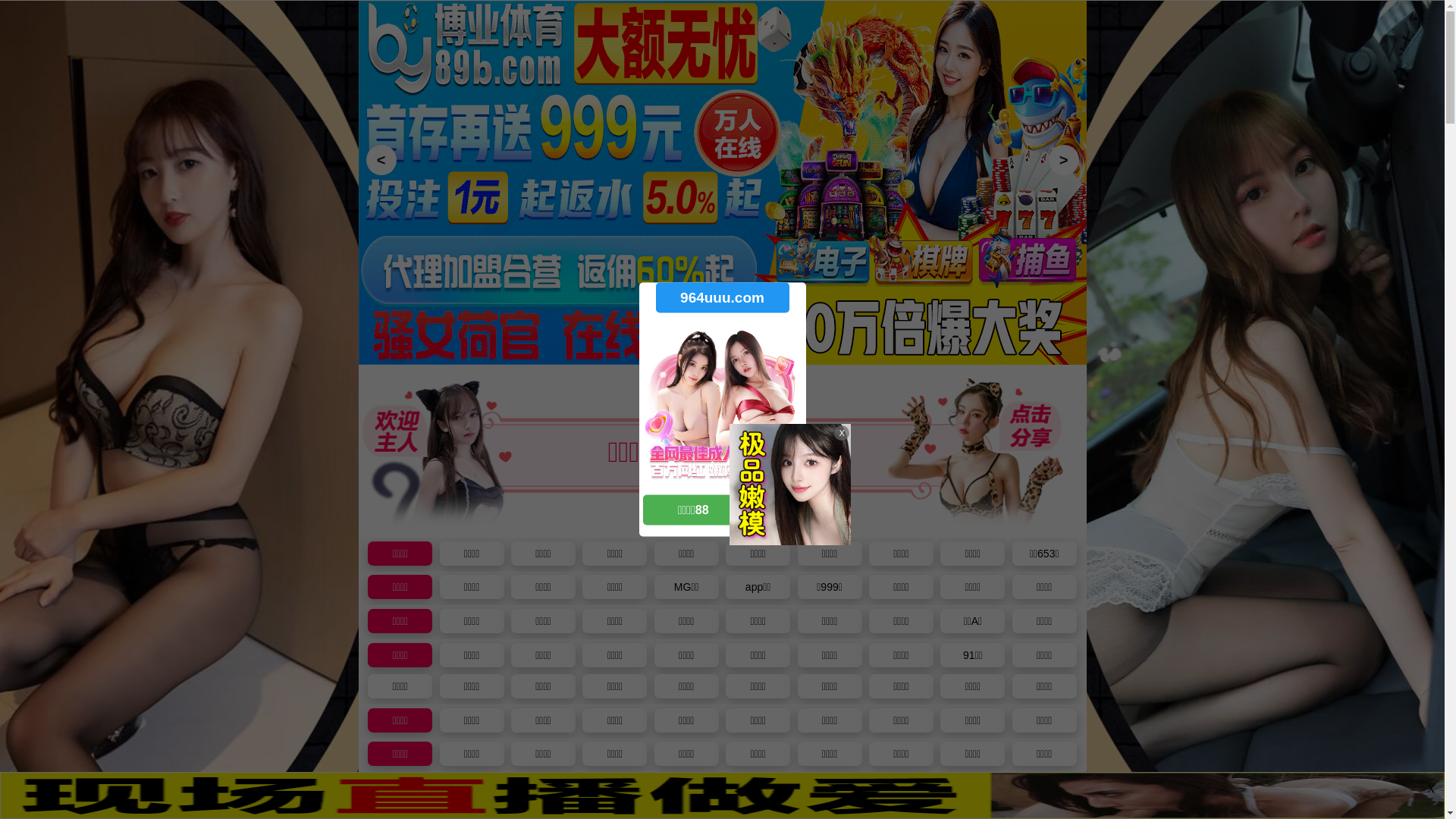  What do you see at coordinates (365, 160) in the screenshot?
I see `'<'` at bounding box center [365, 160].